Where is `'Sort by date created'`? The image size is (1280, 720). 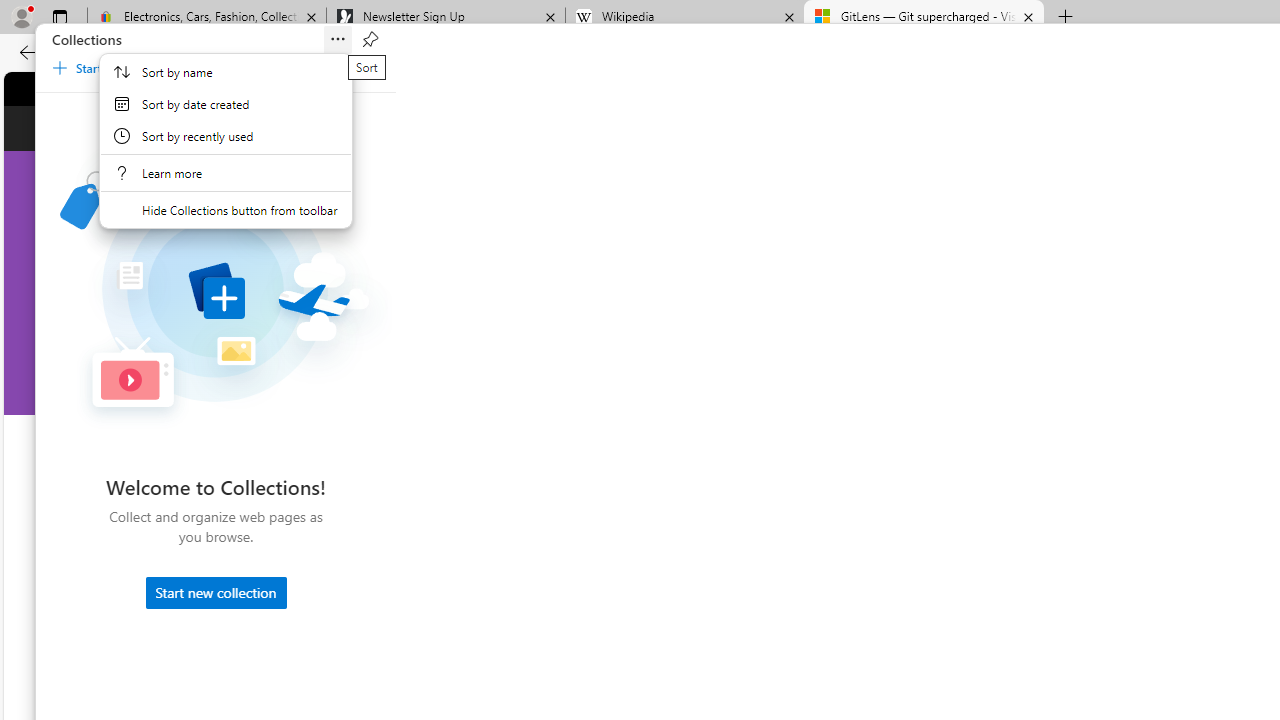 'Sort by date created' is located at coordinates (225, 104).